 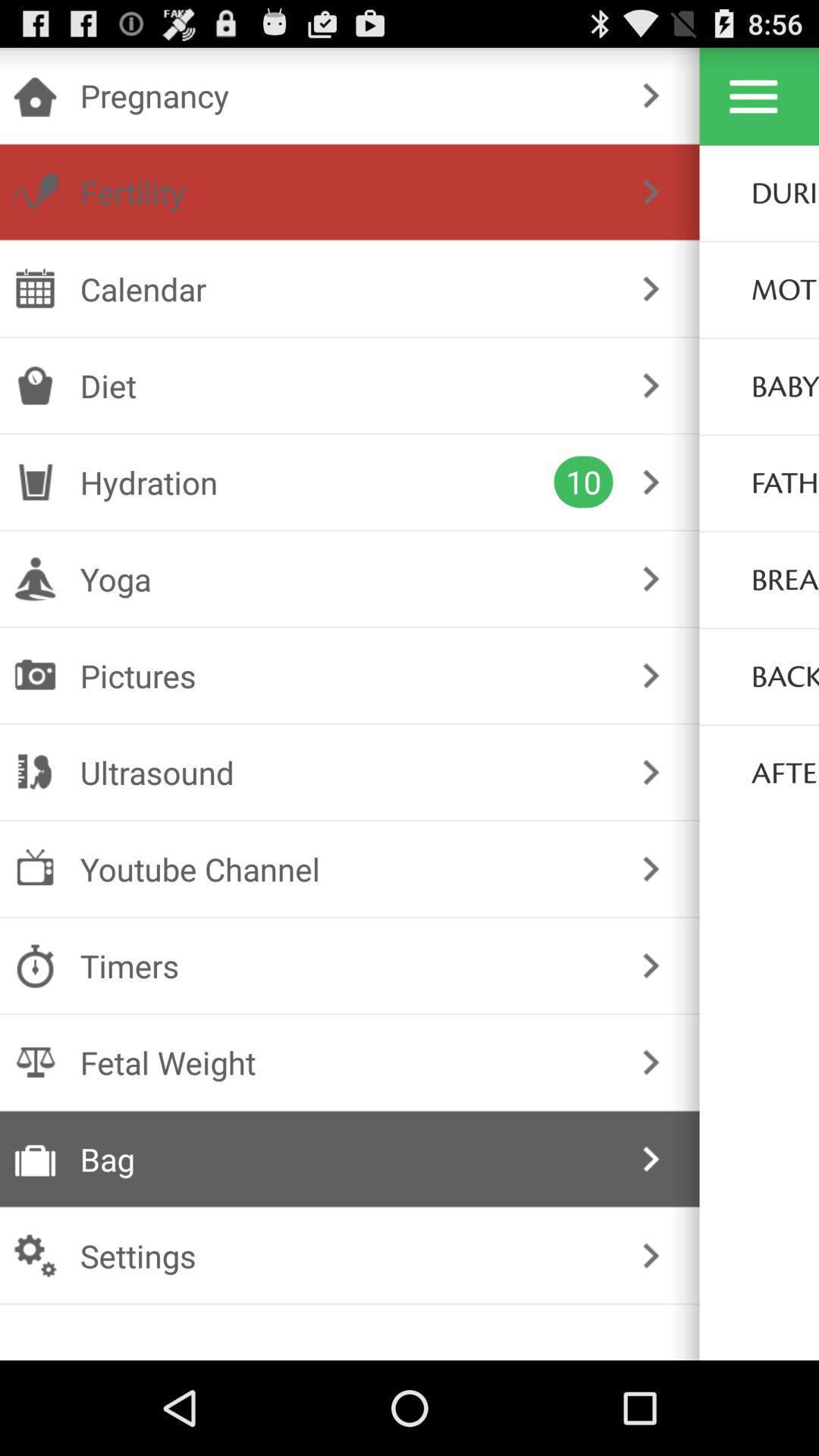 What do you see at coordinates (347, 1256) in the screenshot?
I see `icon below bag` at bounding box center [347, 1256].